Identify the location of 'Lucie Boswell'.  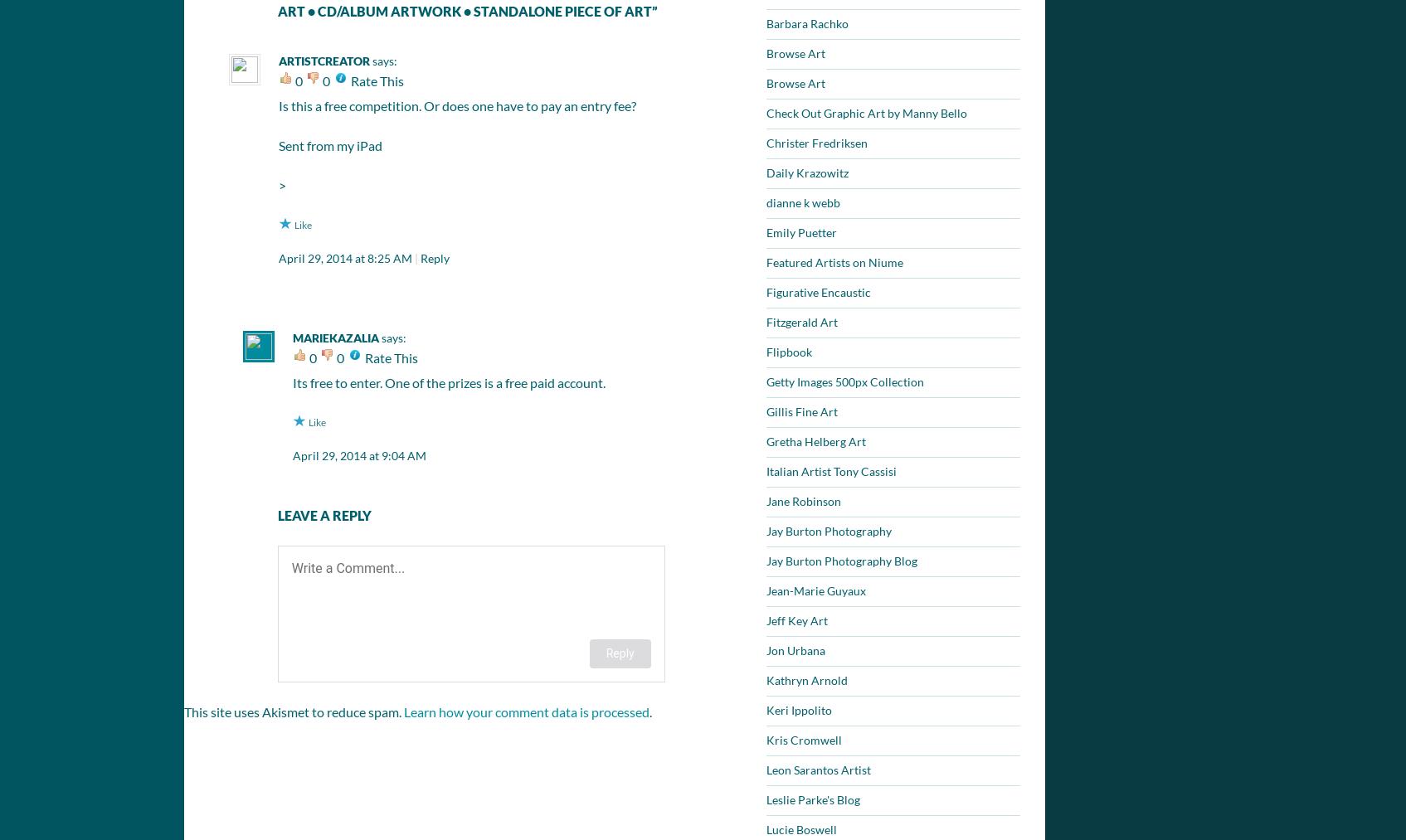
(801, 829).